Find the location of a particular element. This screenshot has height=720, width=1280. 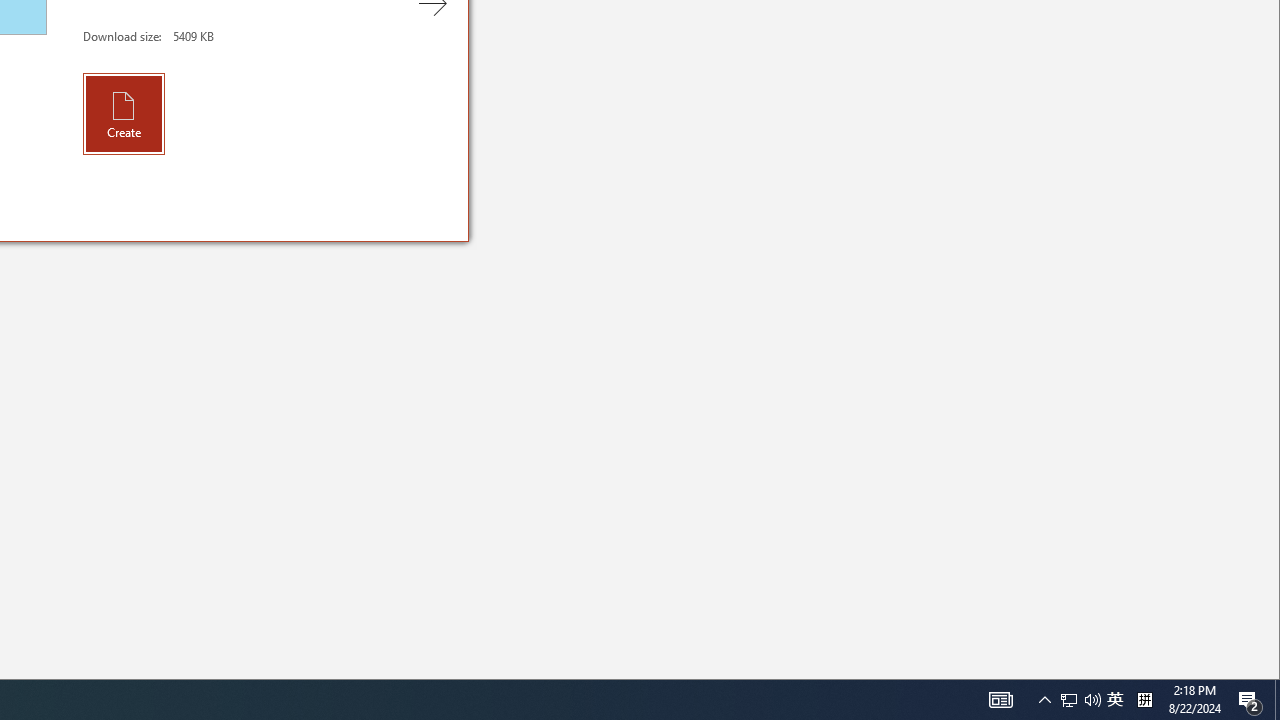

'Create' is located at coordinates (123, 113).